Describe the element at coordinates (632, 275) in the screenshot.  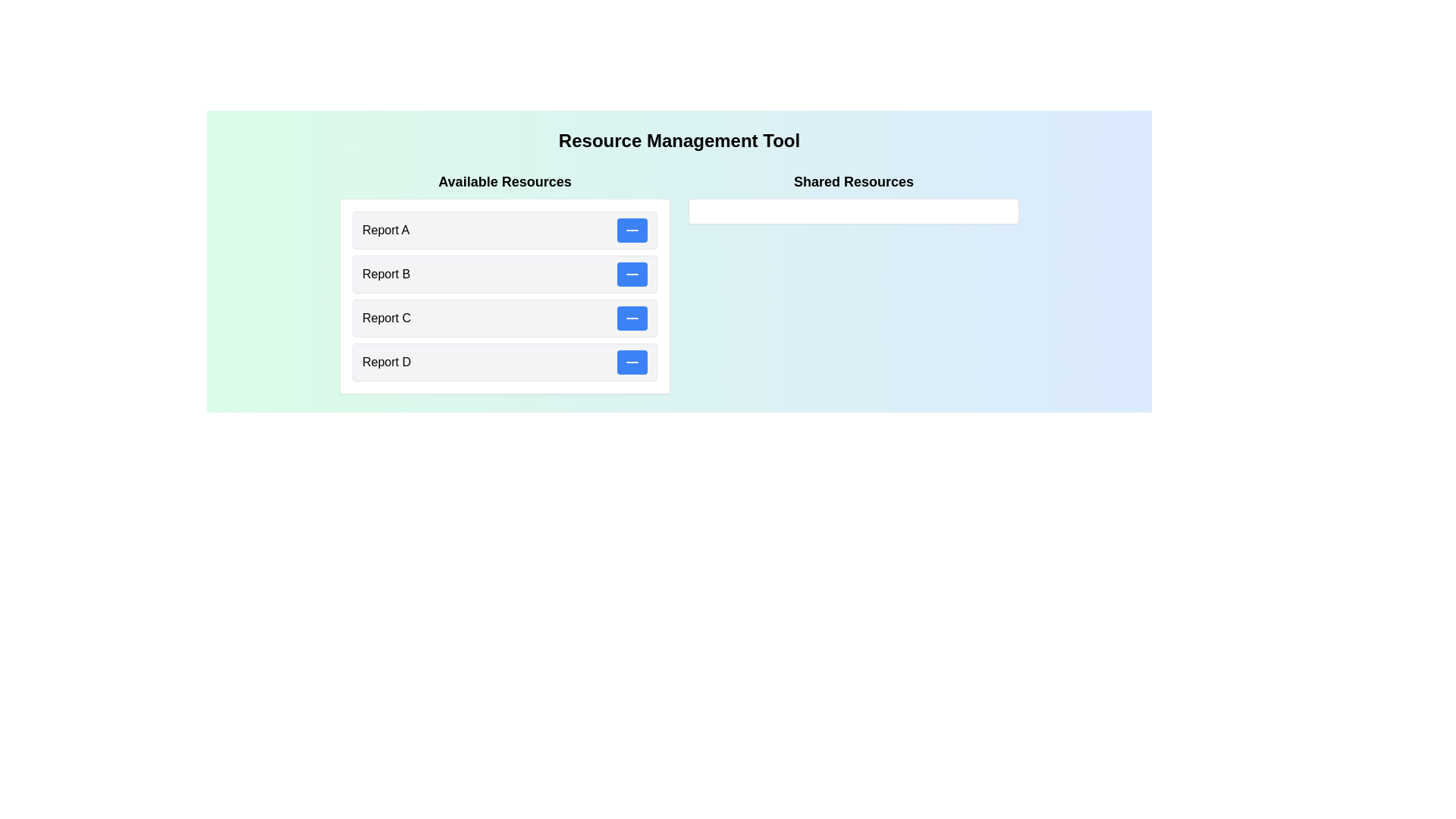
I see `'-' button for the resource 'Report B' in the 'Available Resources' list` at that location.